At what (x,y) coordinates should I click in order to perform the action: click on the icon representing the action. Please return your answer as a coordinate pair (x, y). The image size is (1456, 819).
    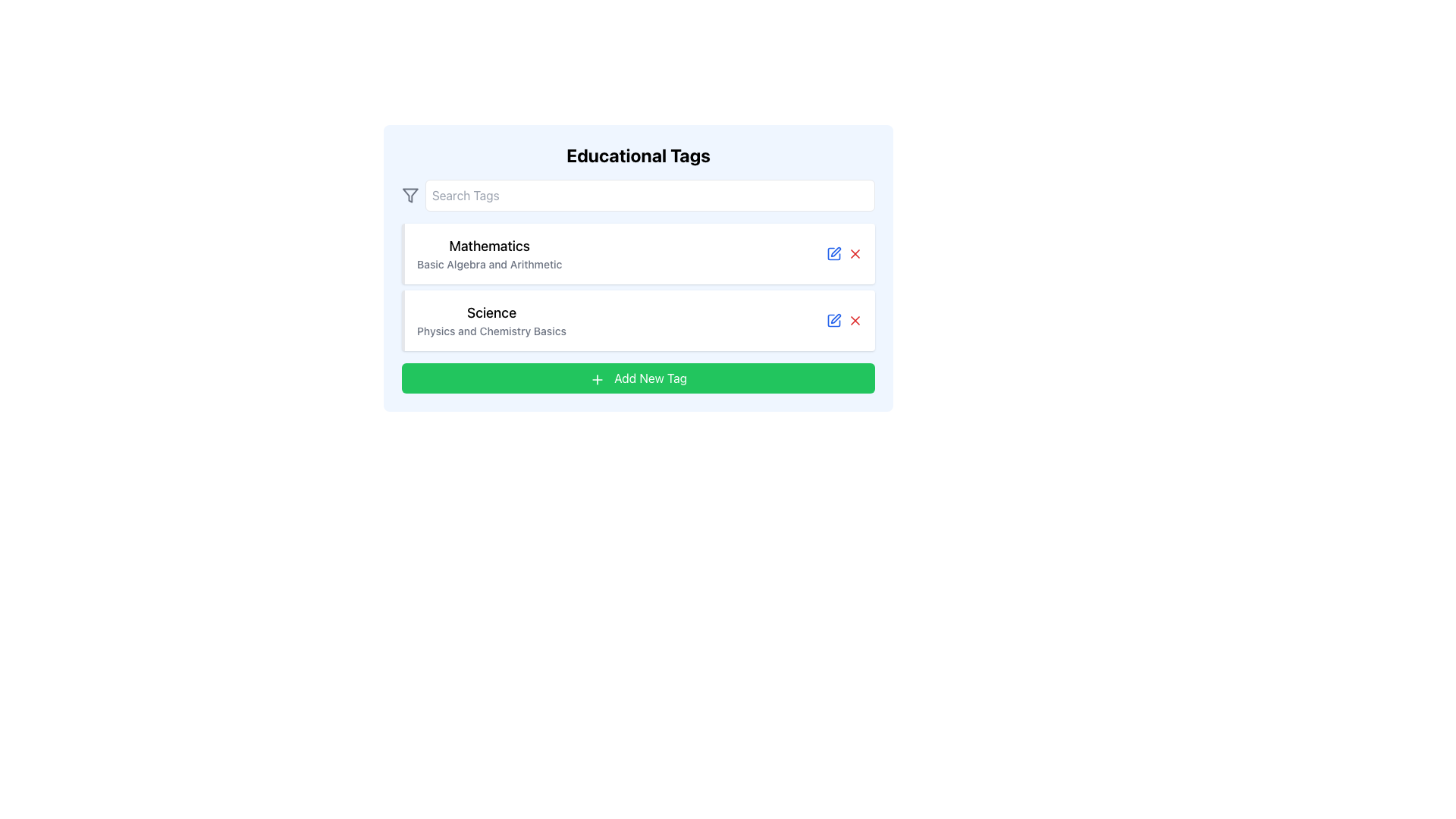
    Looking at the image, I should click on (596, 378).